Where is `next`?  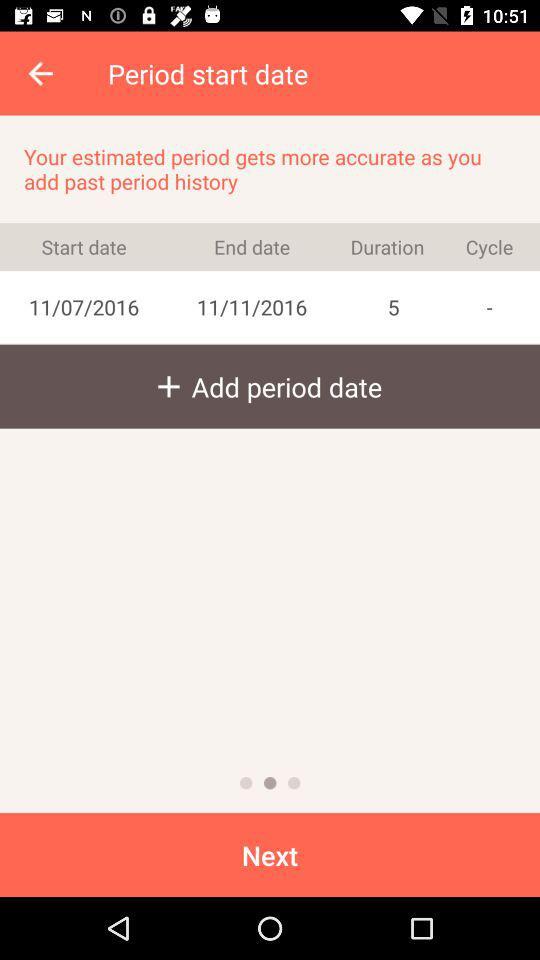
next is located at coordinates (293, 783).